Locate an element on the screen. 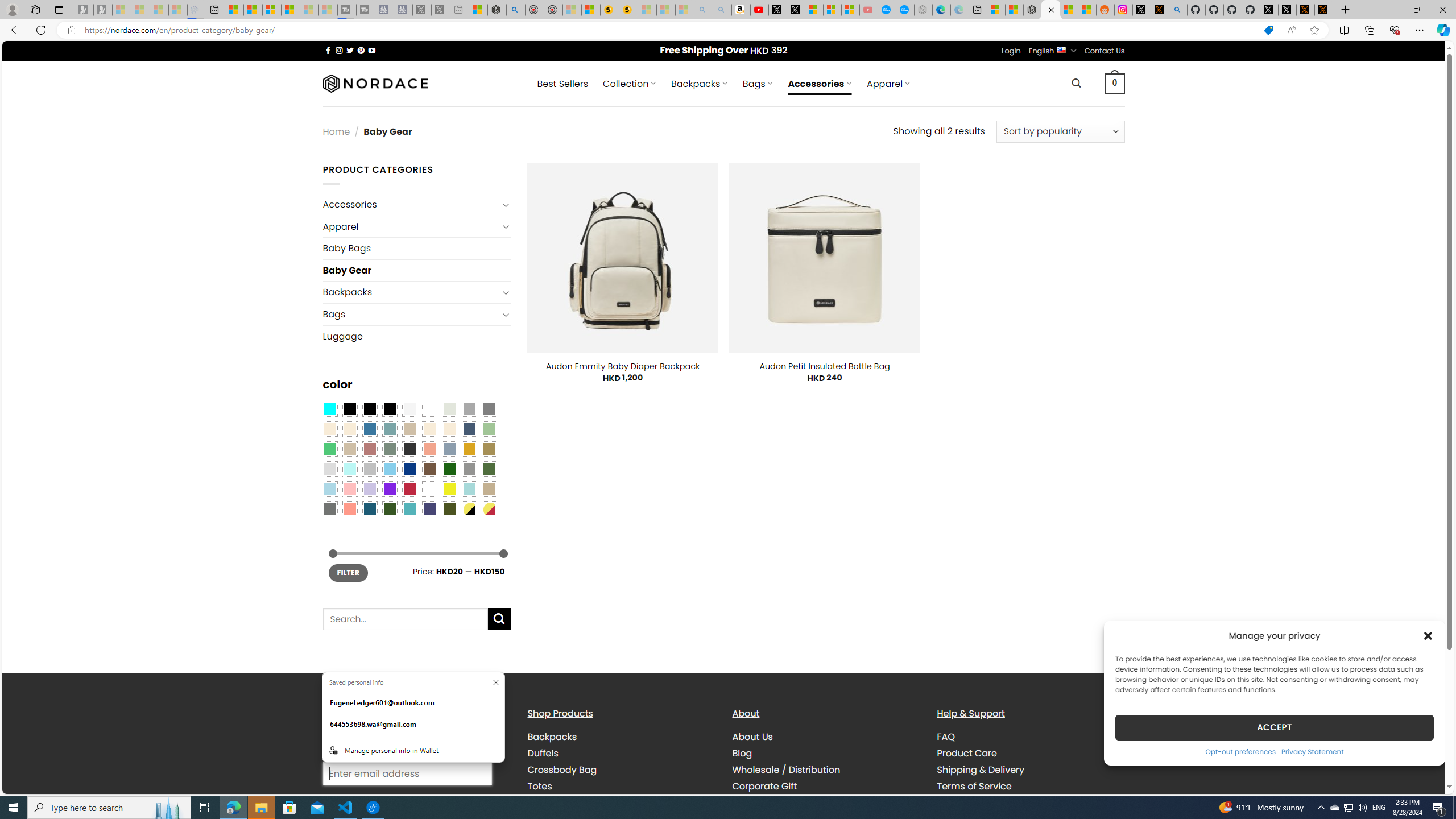 The width and height of the screenshot is (1456, 819). 'Baby Gear' is located at coordinates (416, 270).